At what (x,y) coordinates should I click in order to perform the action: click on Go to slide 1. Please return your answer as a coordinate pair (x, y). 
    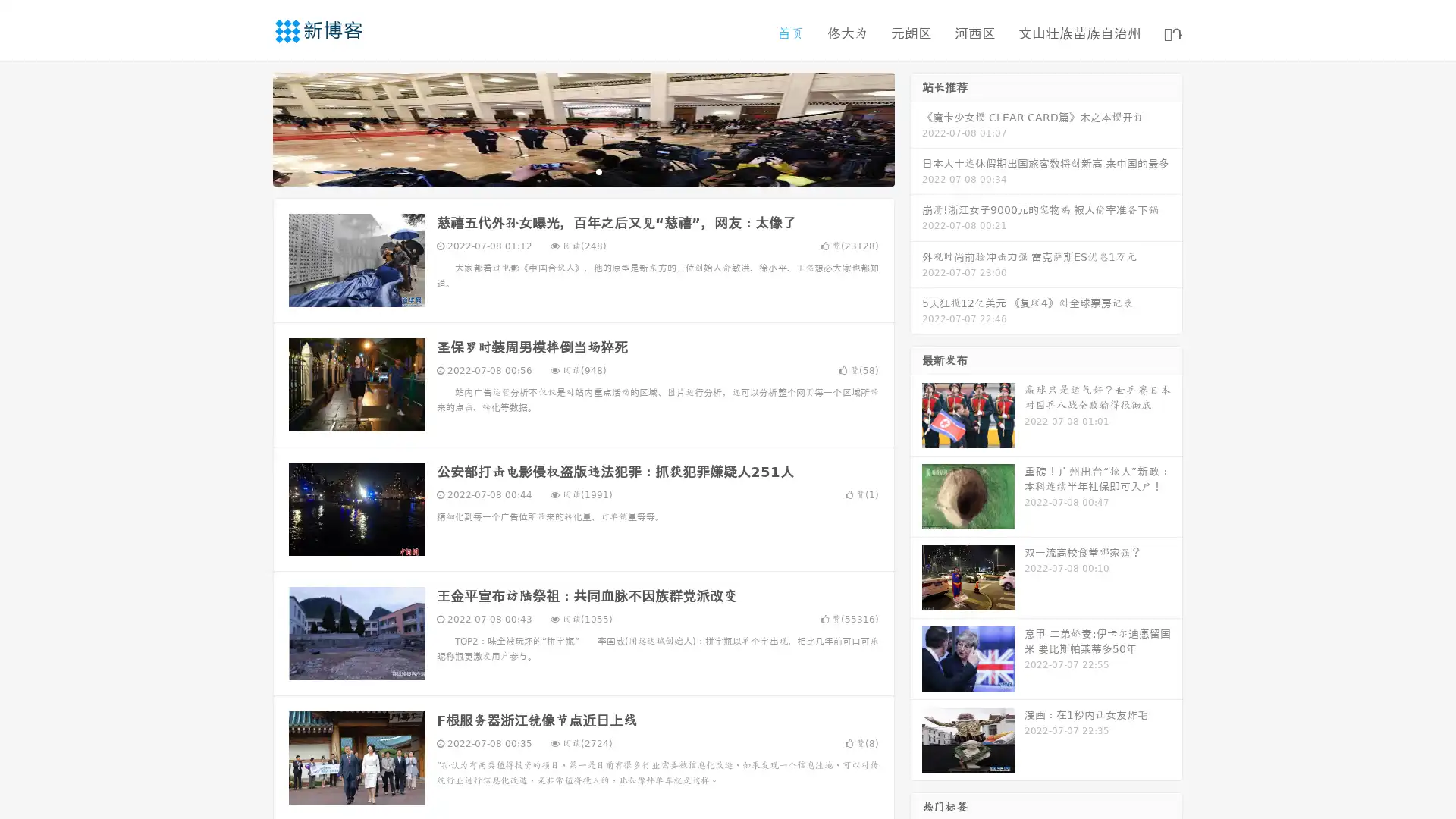
    Looking at the image, I should click on (567, 171).